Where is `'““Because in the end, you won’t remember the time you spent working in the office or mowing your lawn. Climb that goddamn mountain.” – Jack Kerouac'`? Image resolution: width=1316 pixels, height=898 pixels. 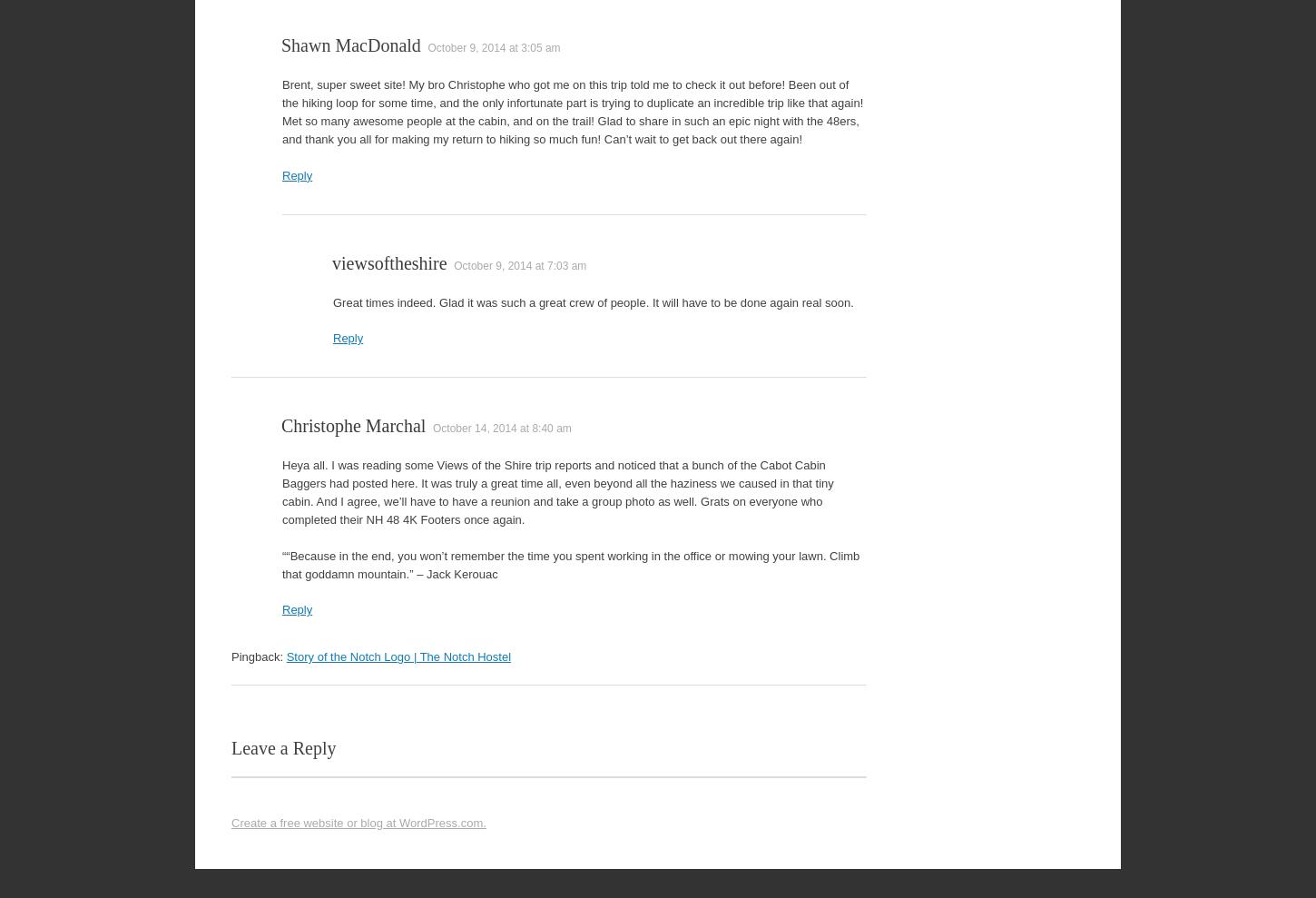
'““Because in the end, you won’t remember the time you spent working in the office or mowing your lawn. Climb that goddamn mountain.” – Jack Kerouac' is located at coordinates (282, 564).